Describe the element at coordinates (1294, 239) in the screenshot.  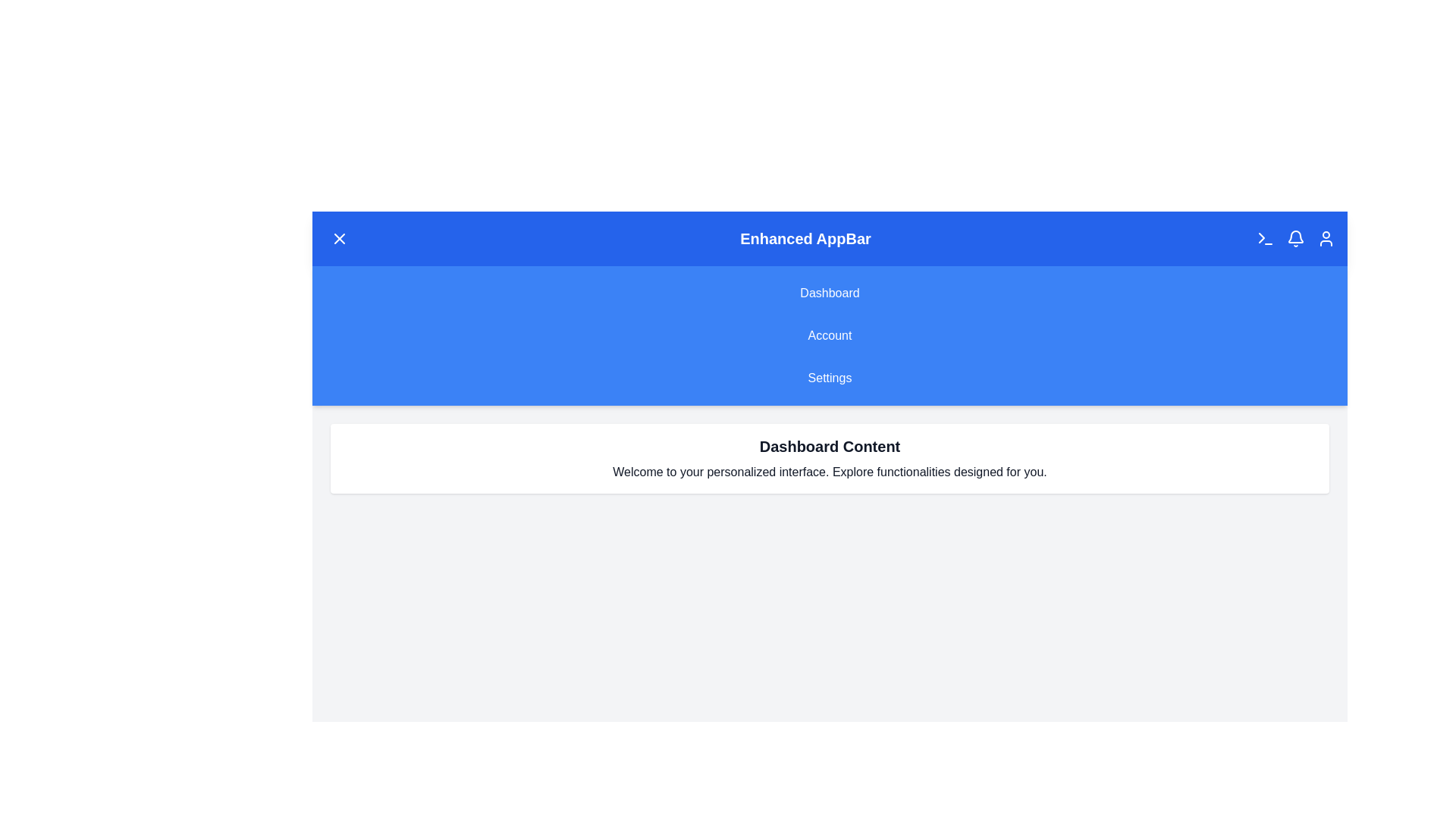
I see `the 'Bell' icon to view notifications` at that location.